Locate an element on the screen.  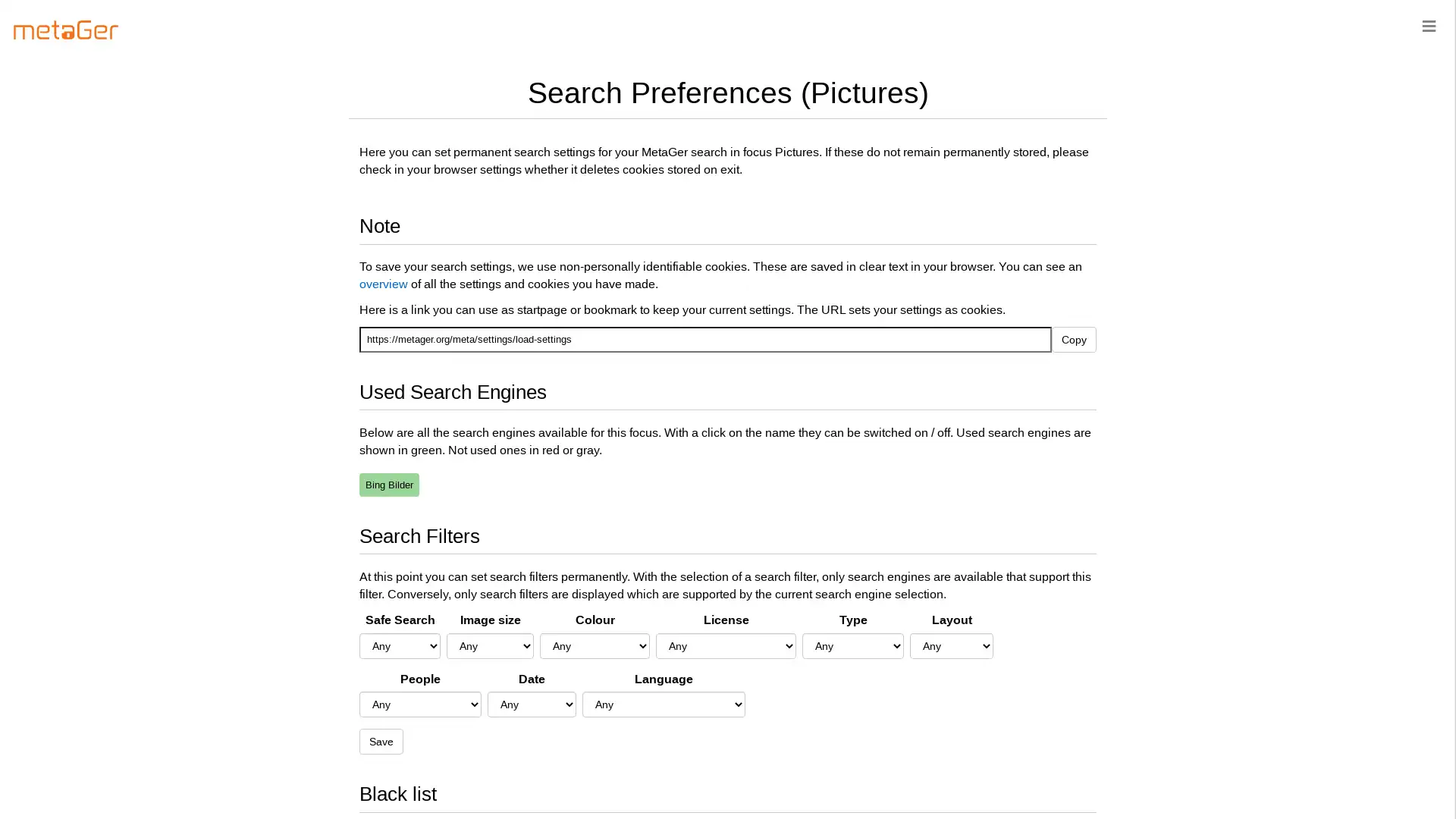
Copy is located at coordinates (1072, 338).